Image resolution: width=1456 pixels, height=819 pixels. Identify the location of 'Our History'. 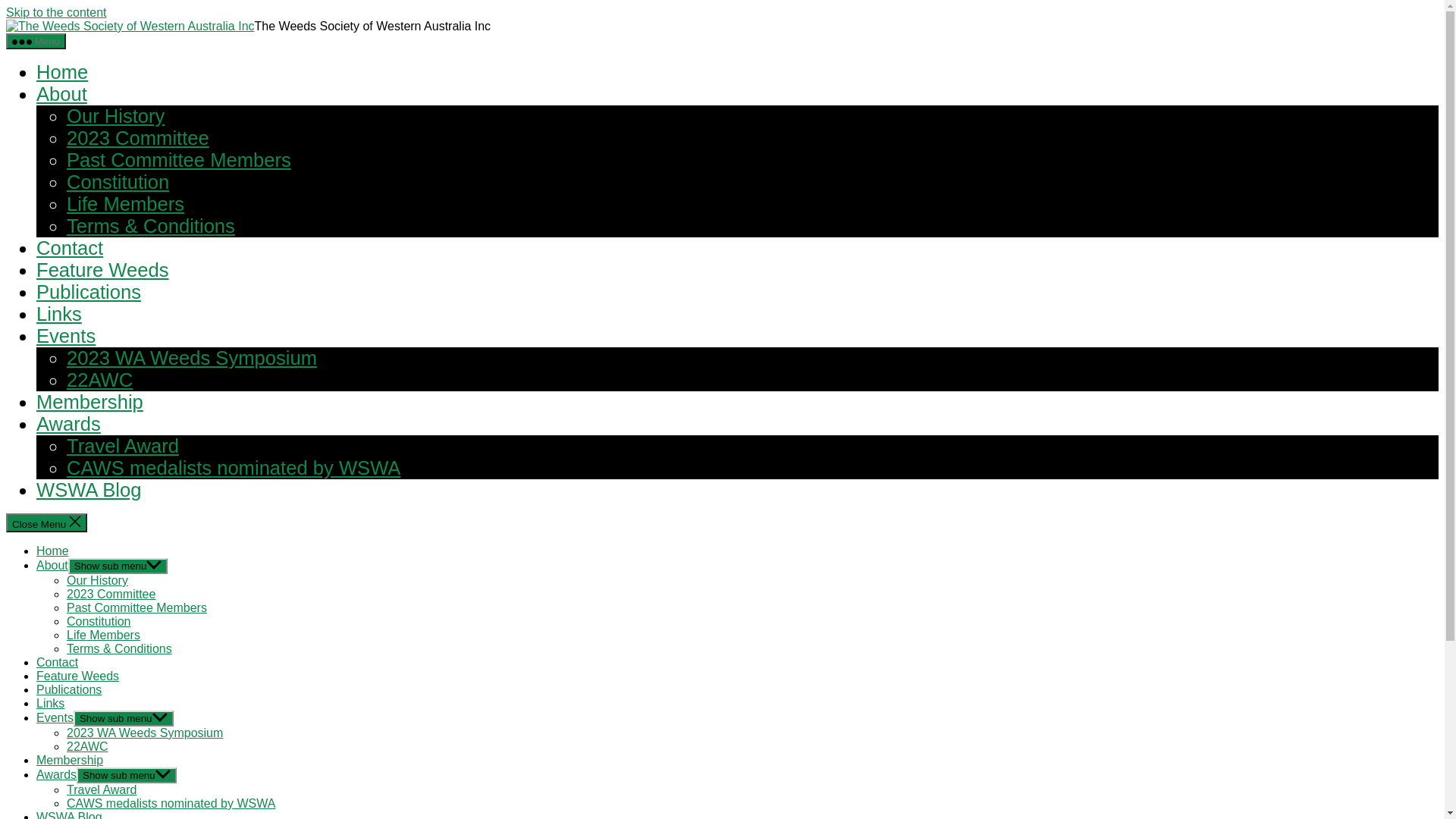
(96, 580).